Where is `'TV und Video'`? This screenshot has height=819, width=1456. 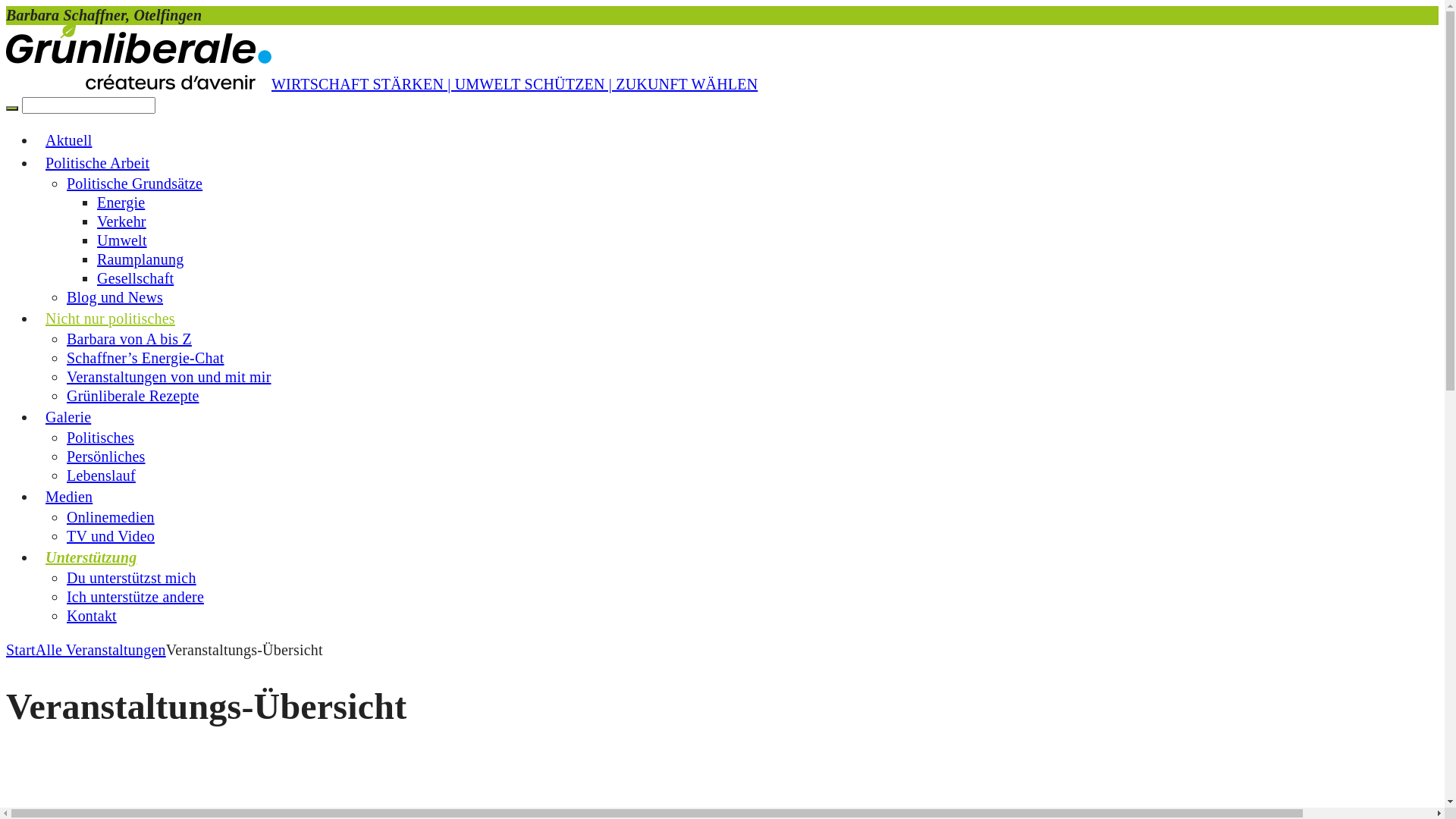 'TV und Video' is located at coordinates (109, 535).